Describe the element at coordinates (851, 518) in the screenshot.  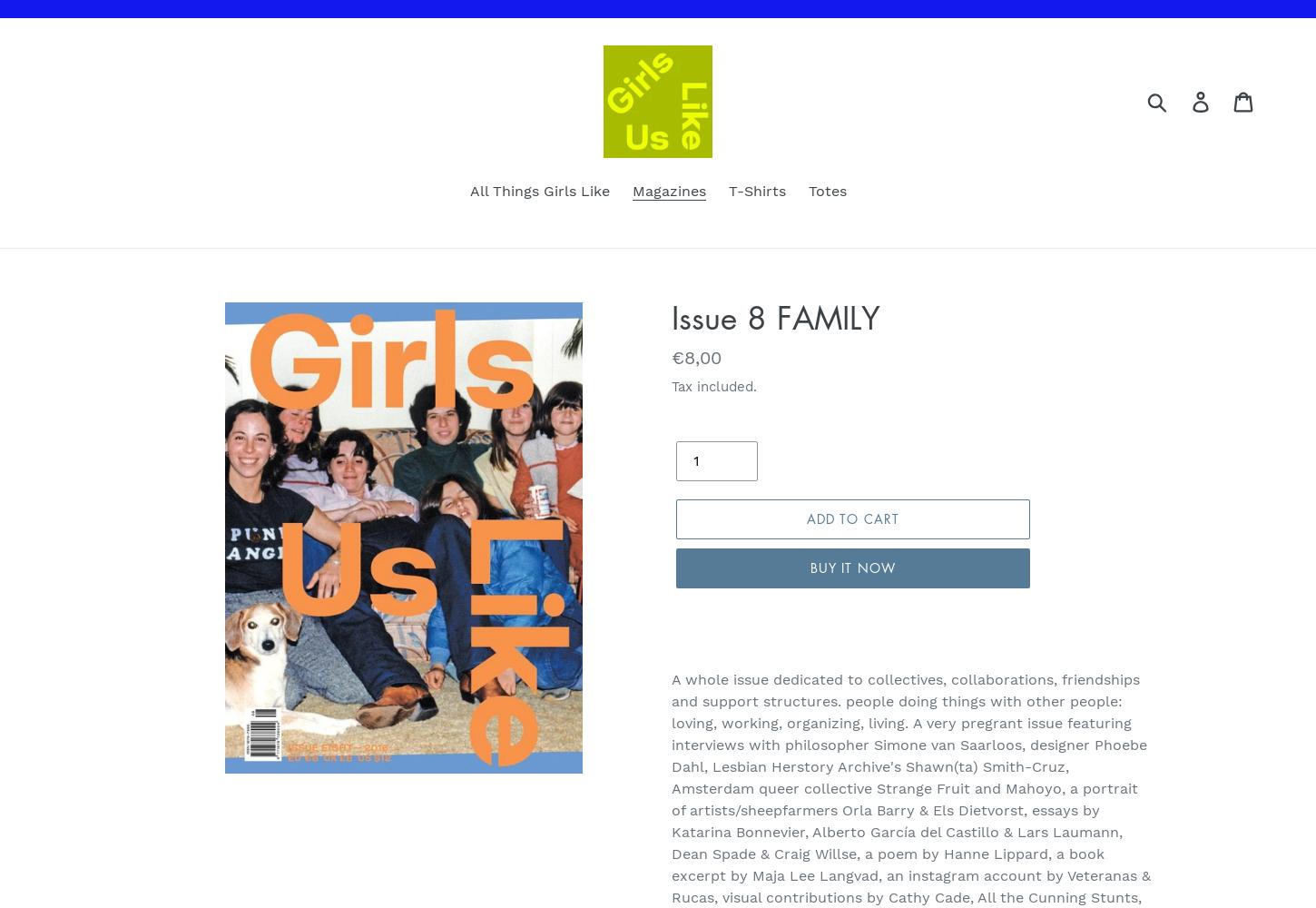
I see `'Add to cart'` at that location.